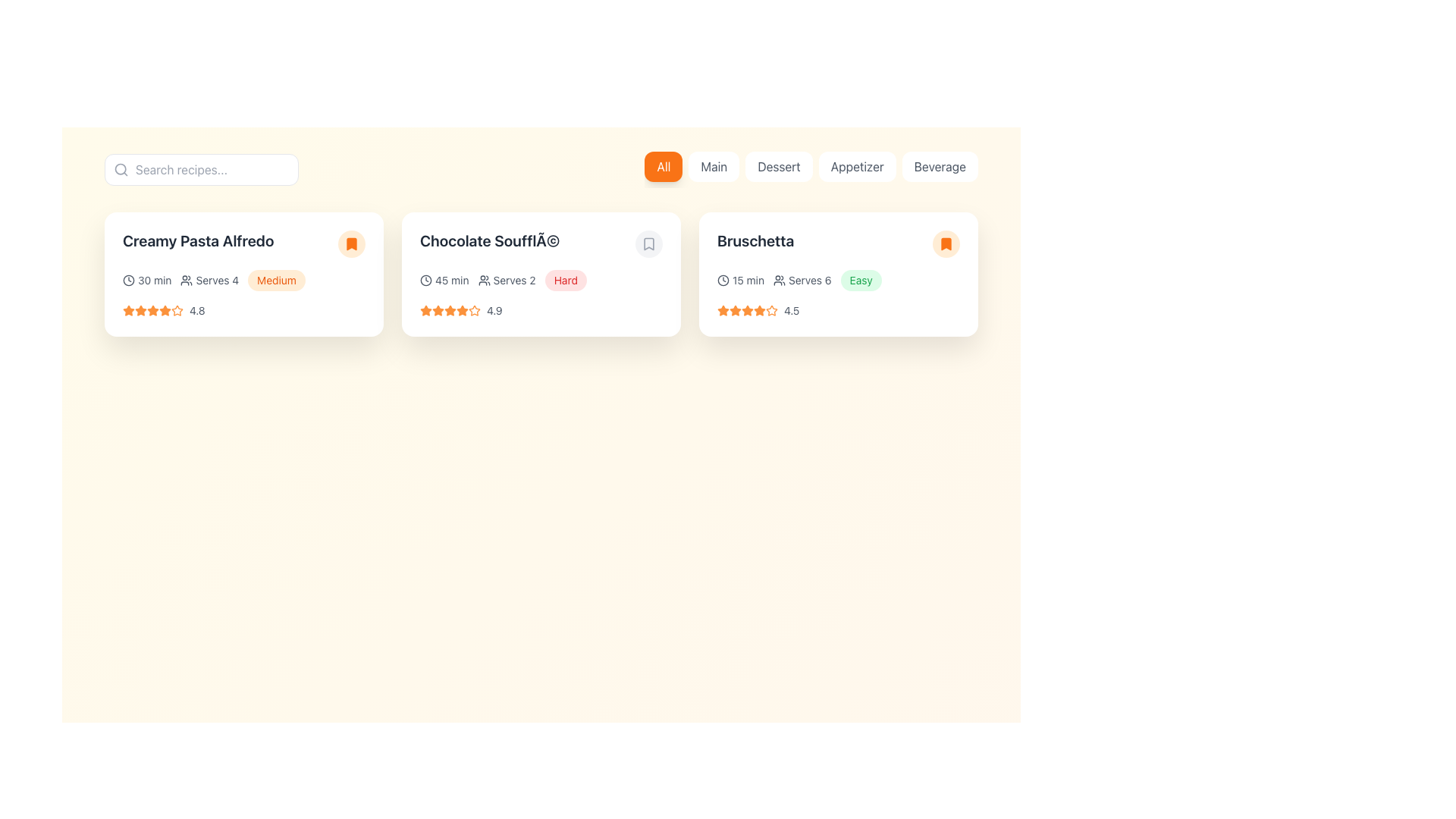  What do you see at coordinates (243, 281) in the screenshot?
I see `the informational text block with iconography that includes a clock icon, user icon, and a medium badge in the 'Creamy Pasta Alfredo' card` at bounding box center [243, 281].